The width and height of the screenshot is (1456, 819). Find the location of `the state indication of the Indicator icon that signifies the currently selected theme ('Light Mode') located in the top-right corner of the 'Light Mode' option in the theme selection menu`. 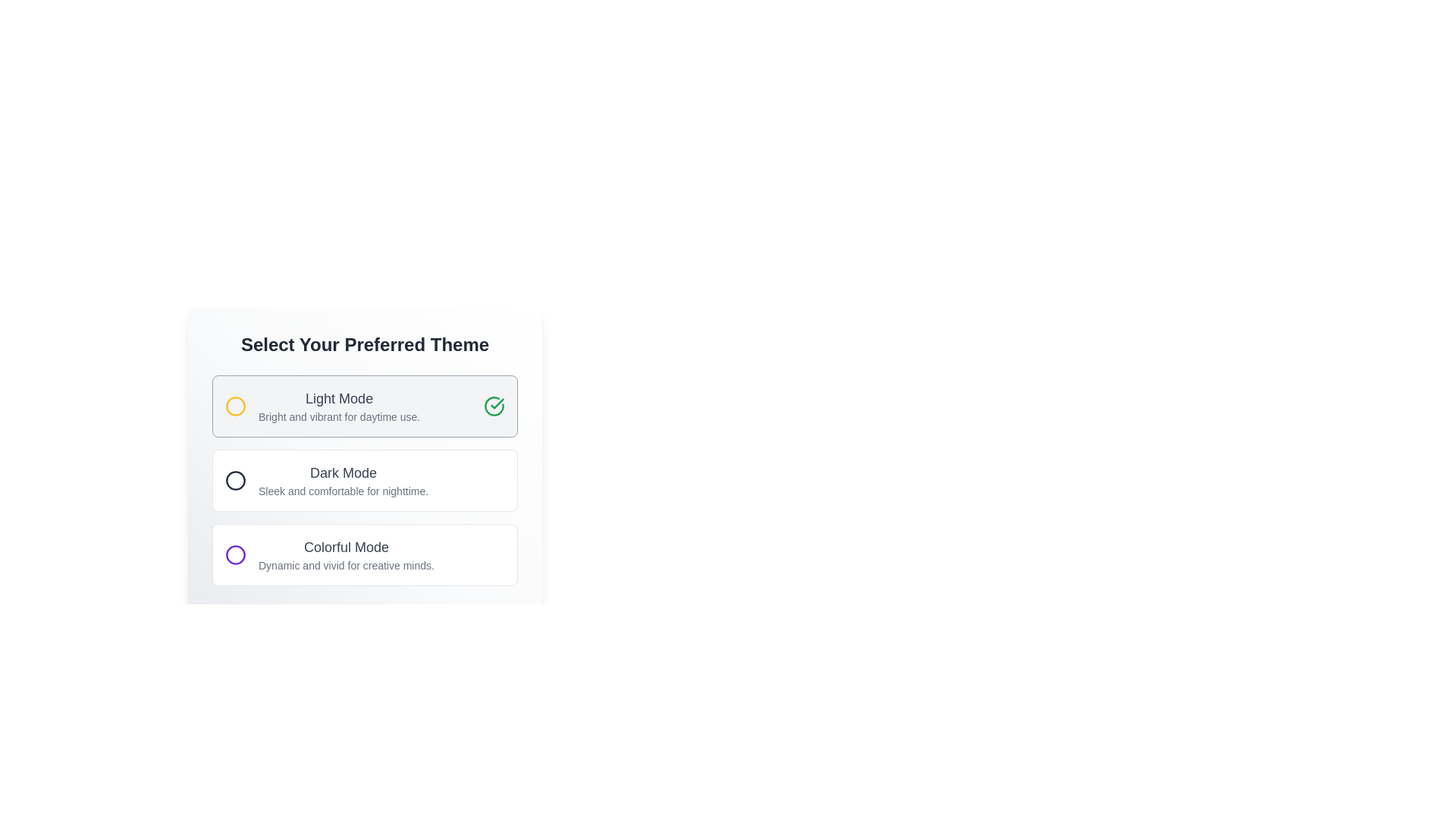

the state indication of the Indicator icon that signifies the currently selected theme ('Light Mode') located in the top-right corner of the 'Light Mode' option in the theme selection menu is located at coordinates (494, 406).